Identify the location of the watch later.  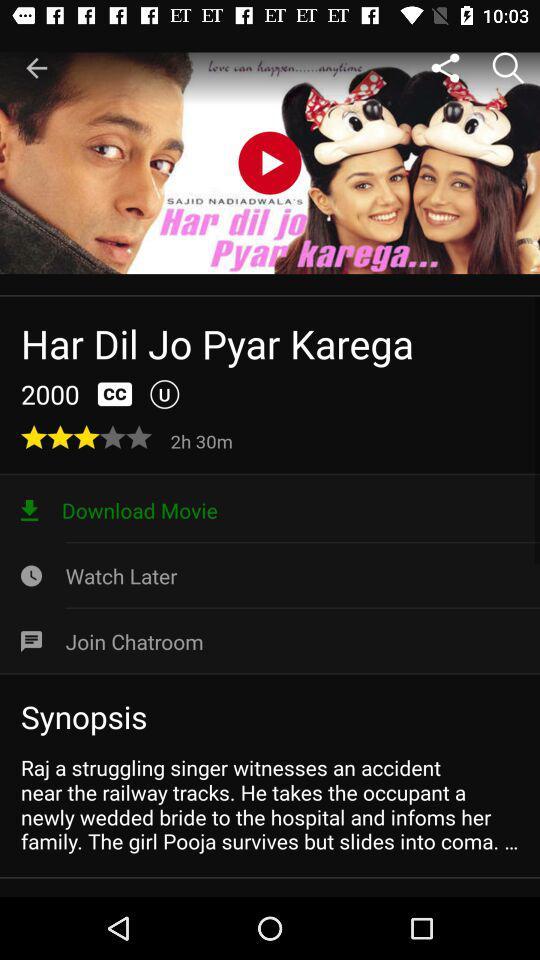
(270, 576).